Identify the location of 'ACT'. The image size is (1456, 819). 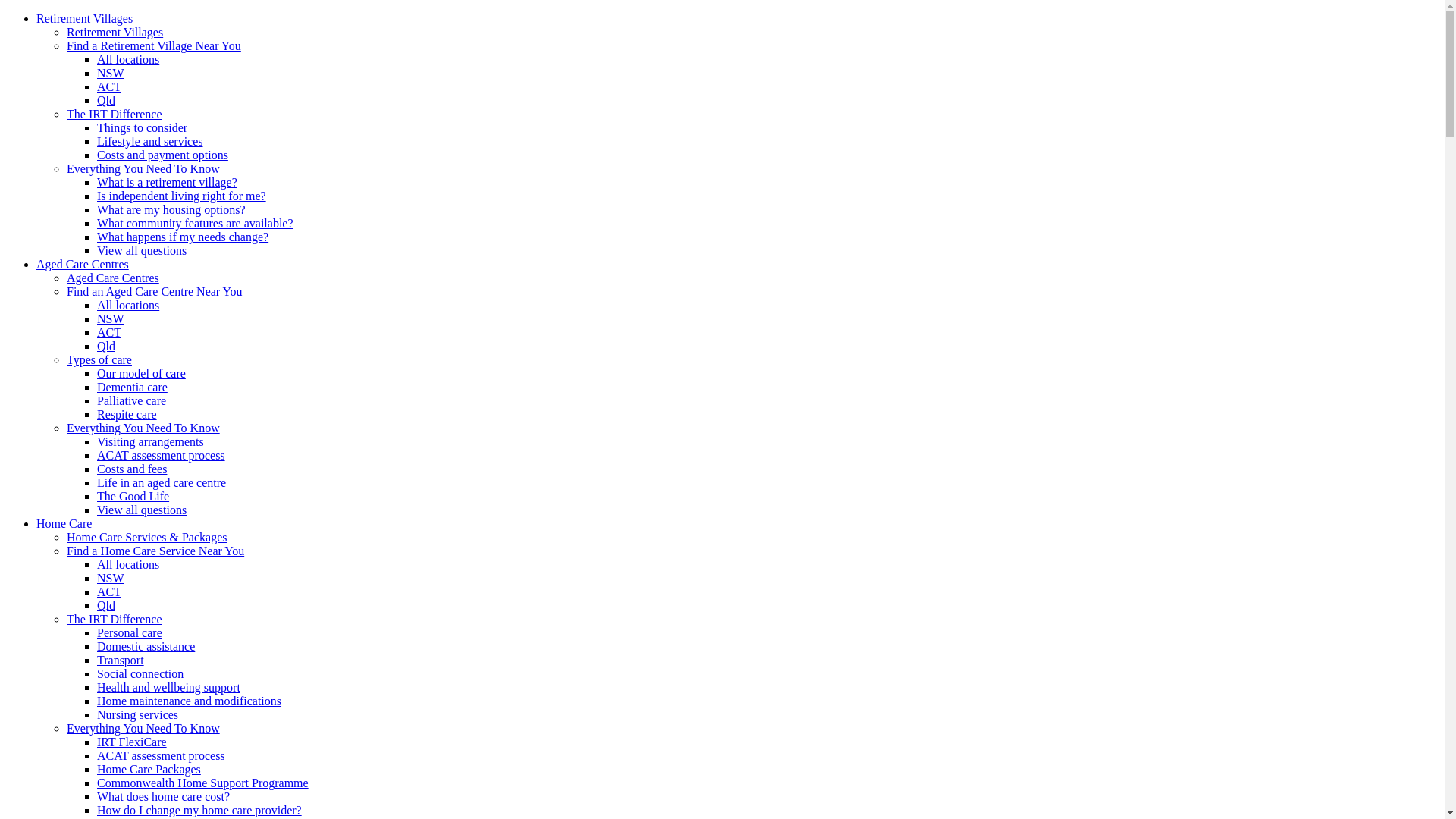
(108, 86).